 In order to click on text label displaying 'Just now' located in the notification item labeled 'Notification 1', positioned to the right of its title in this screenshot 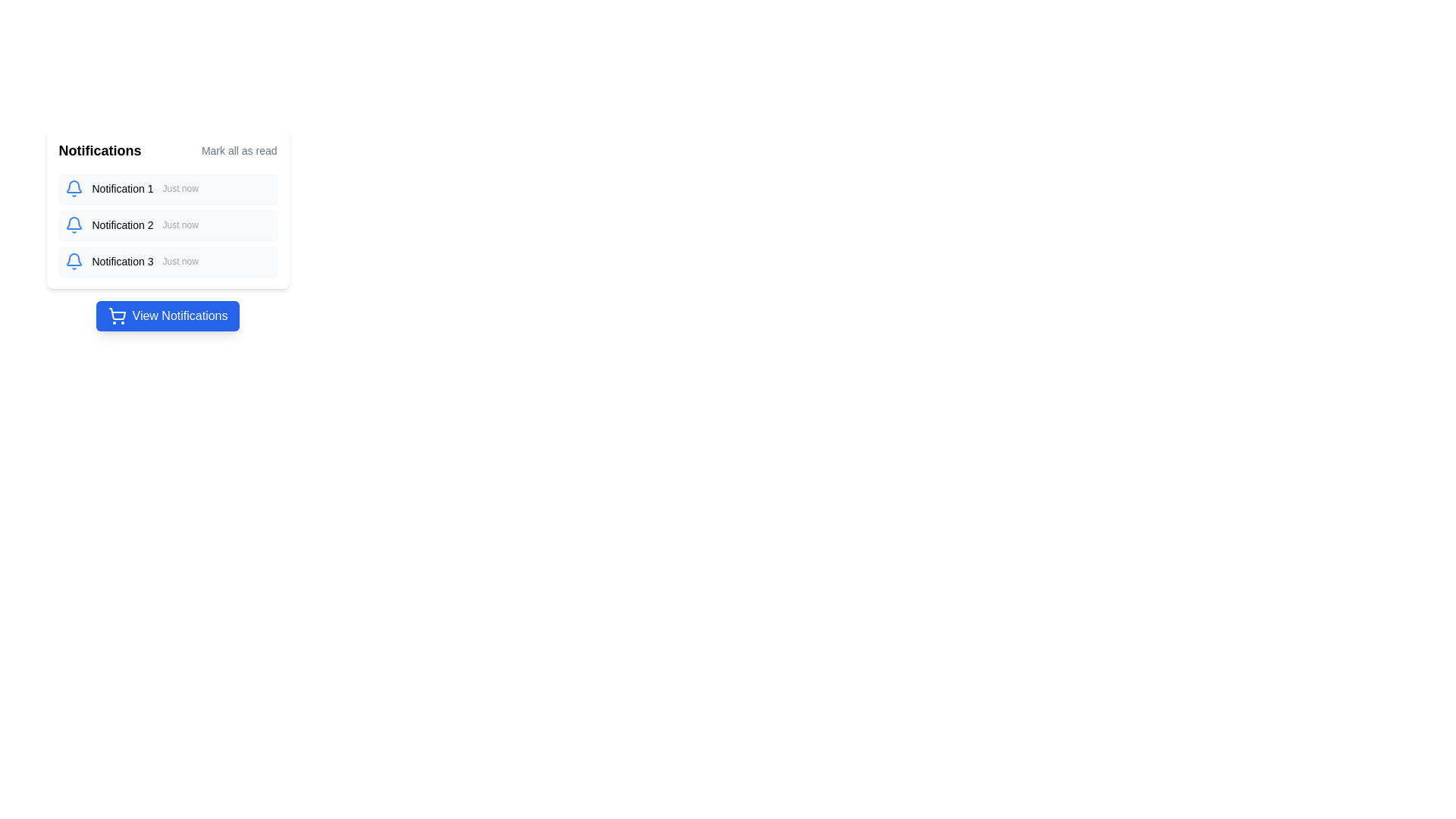, I will do `click(180, 188)`.